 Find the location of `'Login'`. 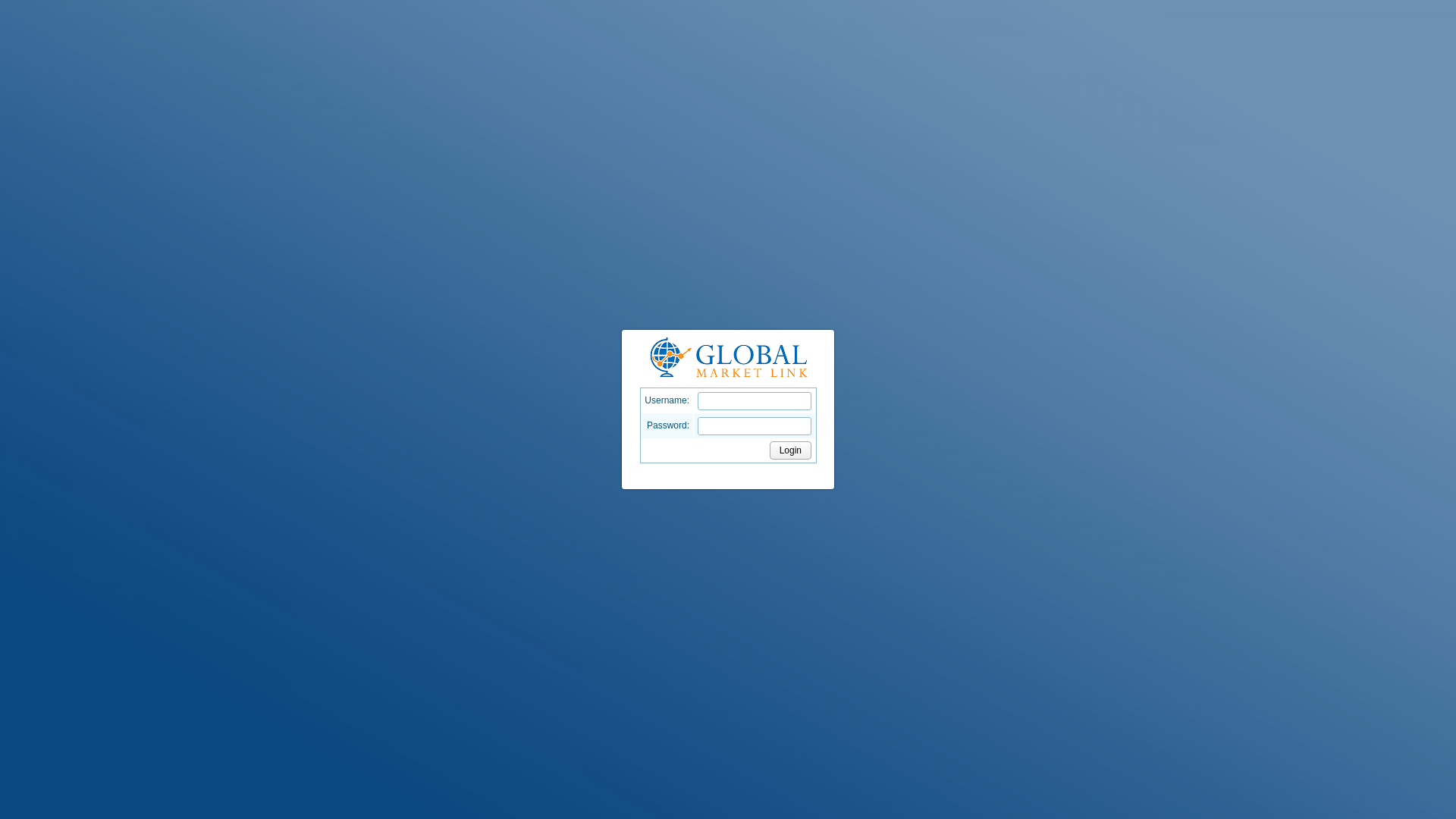

'Login' is located at coordinates (789, 450).